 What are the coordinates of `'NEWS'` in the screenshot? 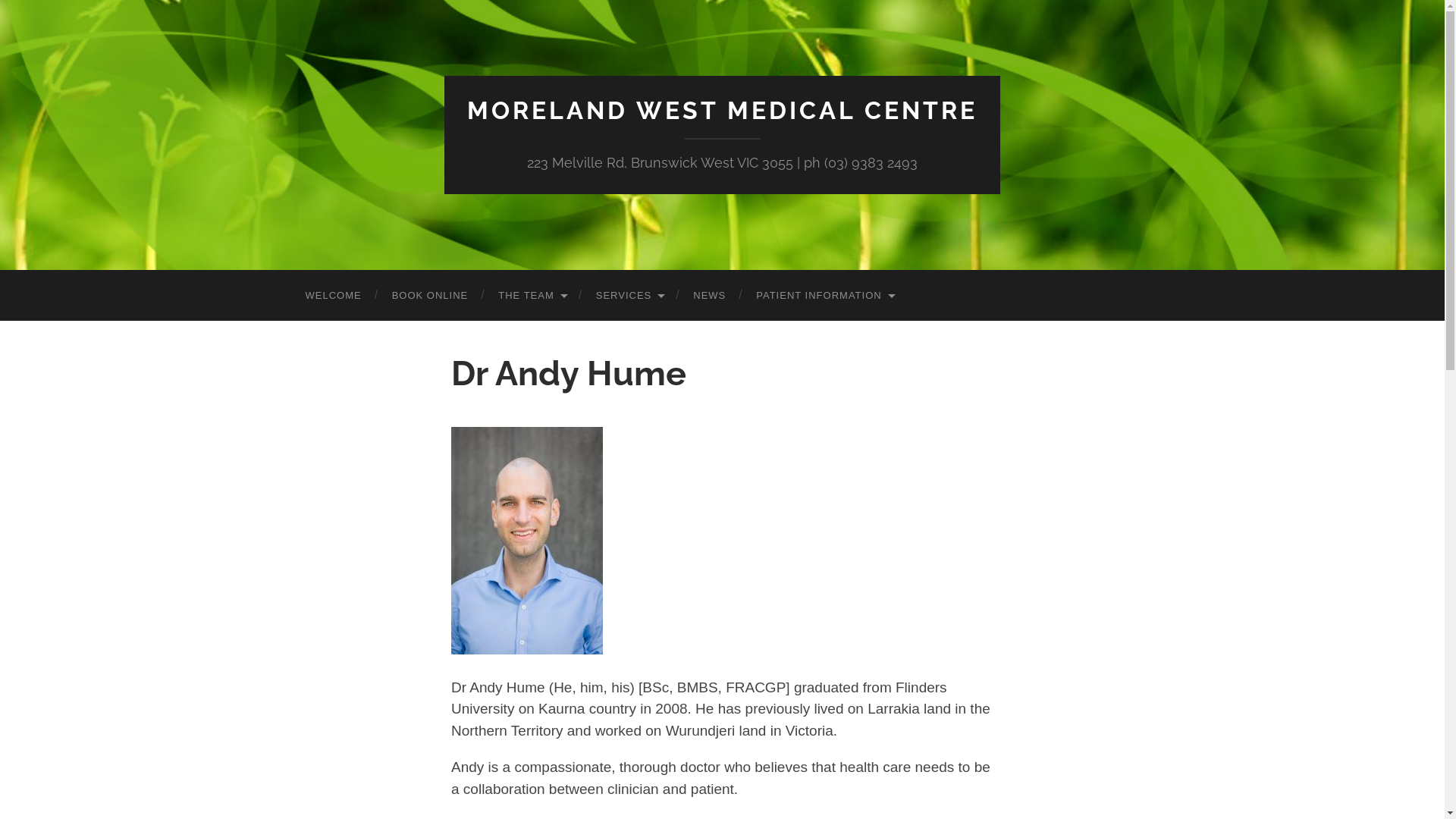 It's located at (708, 295).